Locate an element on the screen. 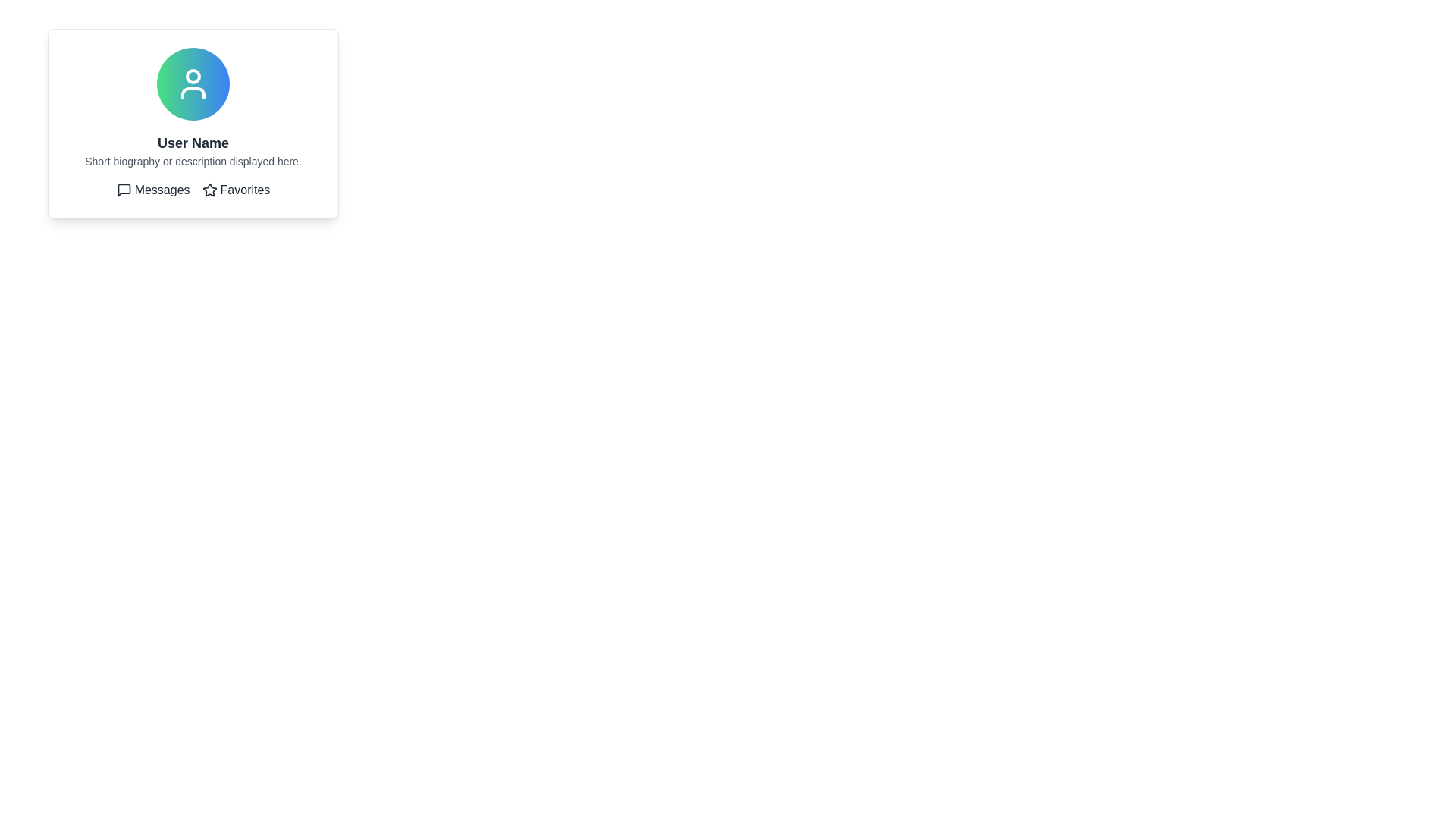 This screenshot has width=1456, height=819. the circular icon with a gradient background and user profile representation located at the top center of the card layout, above the text 'User Name' is located at coordinates (192, 84).